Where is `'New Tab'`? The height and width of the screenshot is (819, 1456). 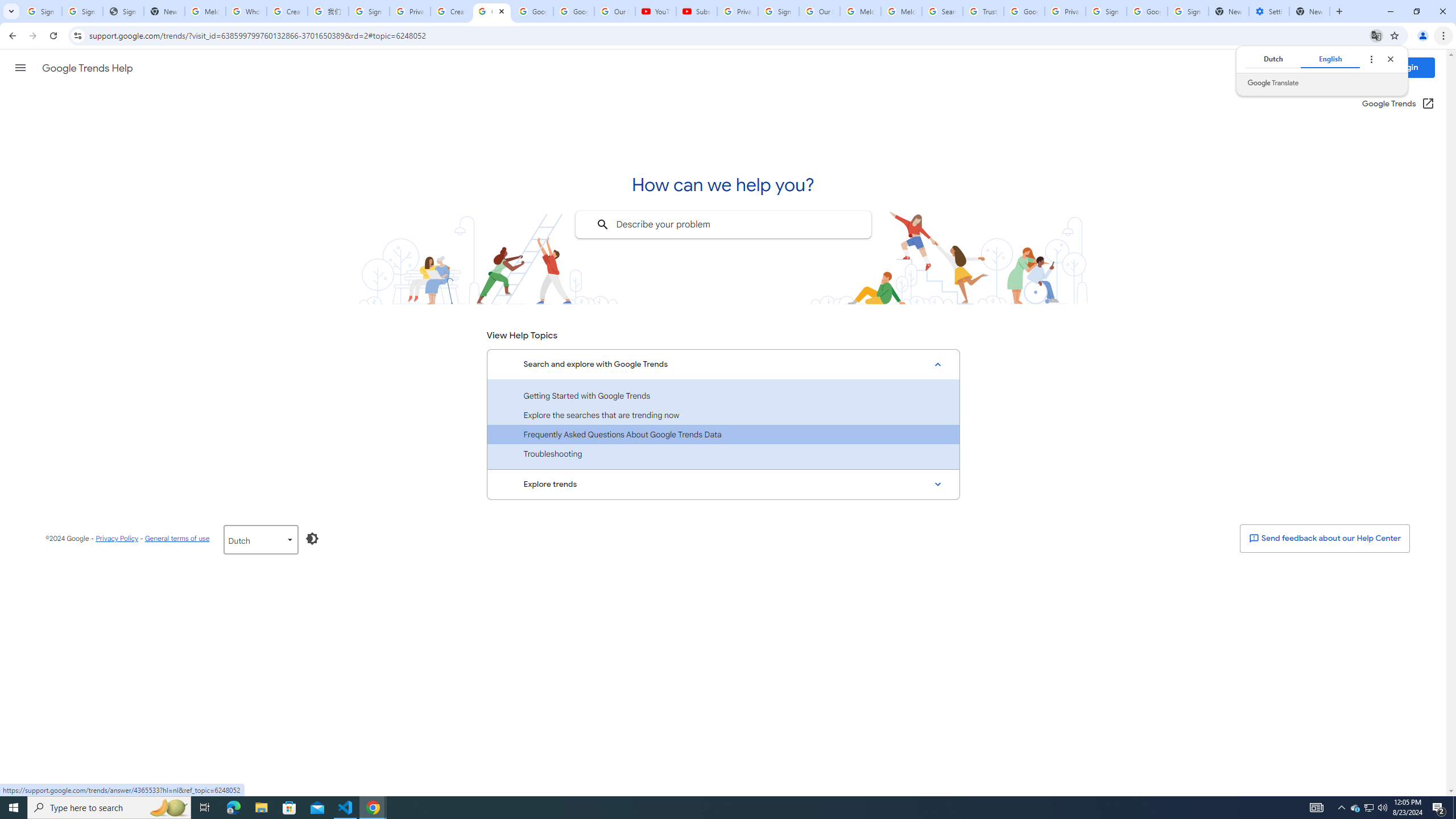 'New Tab' is located at coordinates (1309, 11).